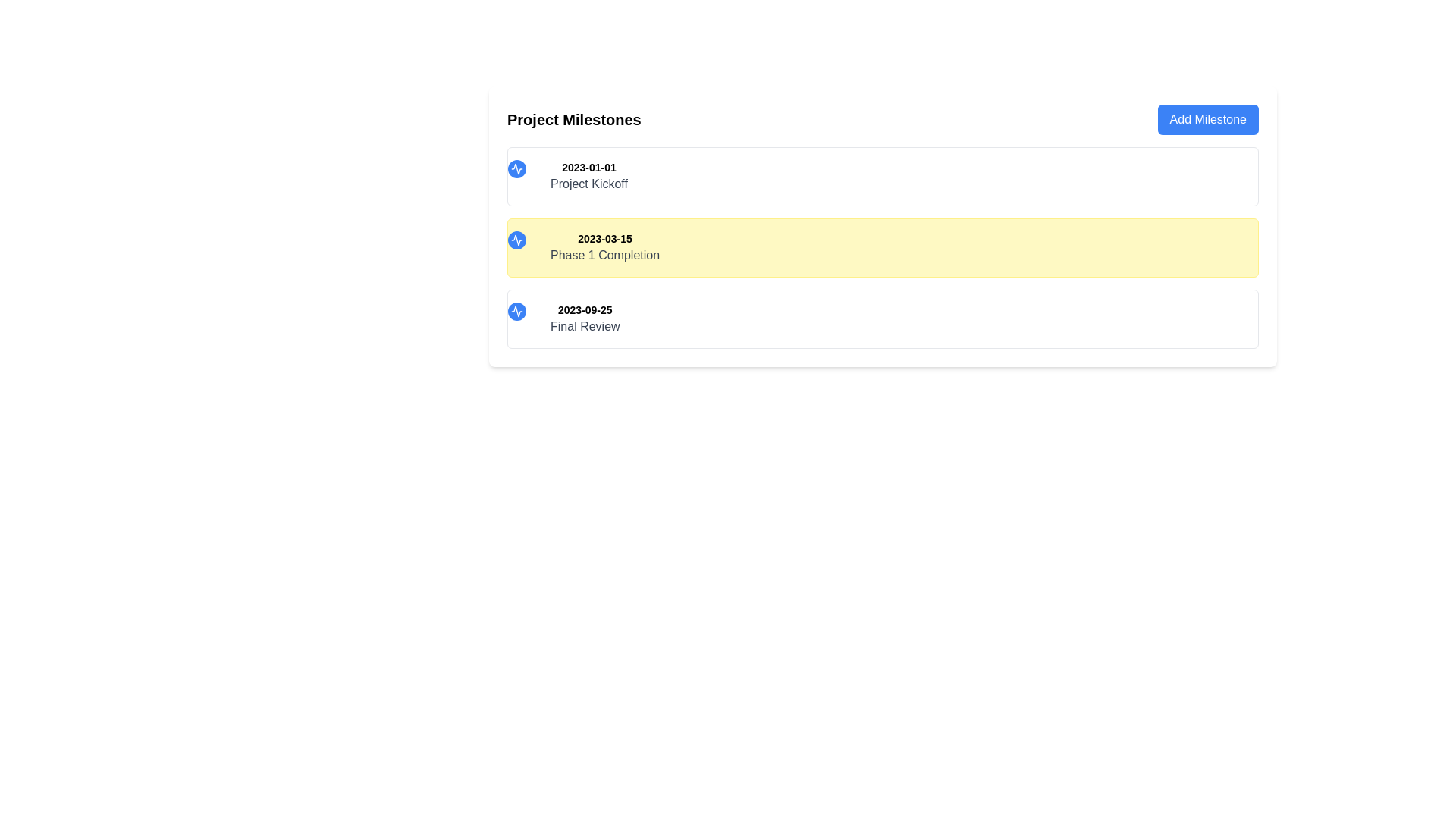  I want to click on the text label that describes a project milestone, positioned below the date label '2023-03-15' and under the header 'Project Milestones', so click(604, 254).